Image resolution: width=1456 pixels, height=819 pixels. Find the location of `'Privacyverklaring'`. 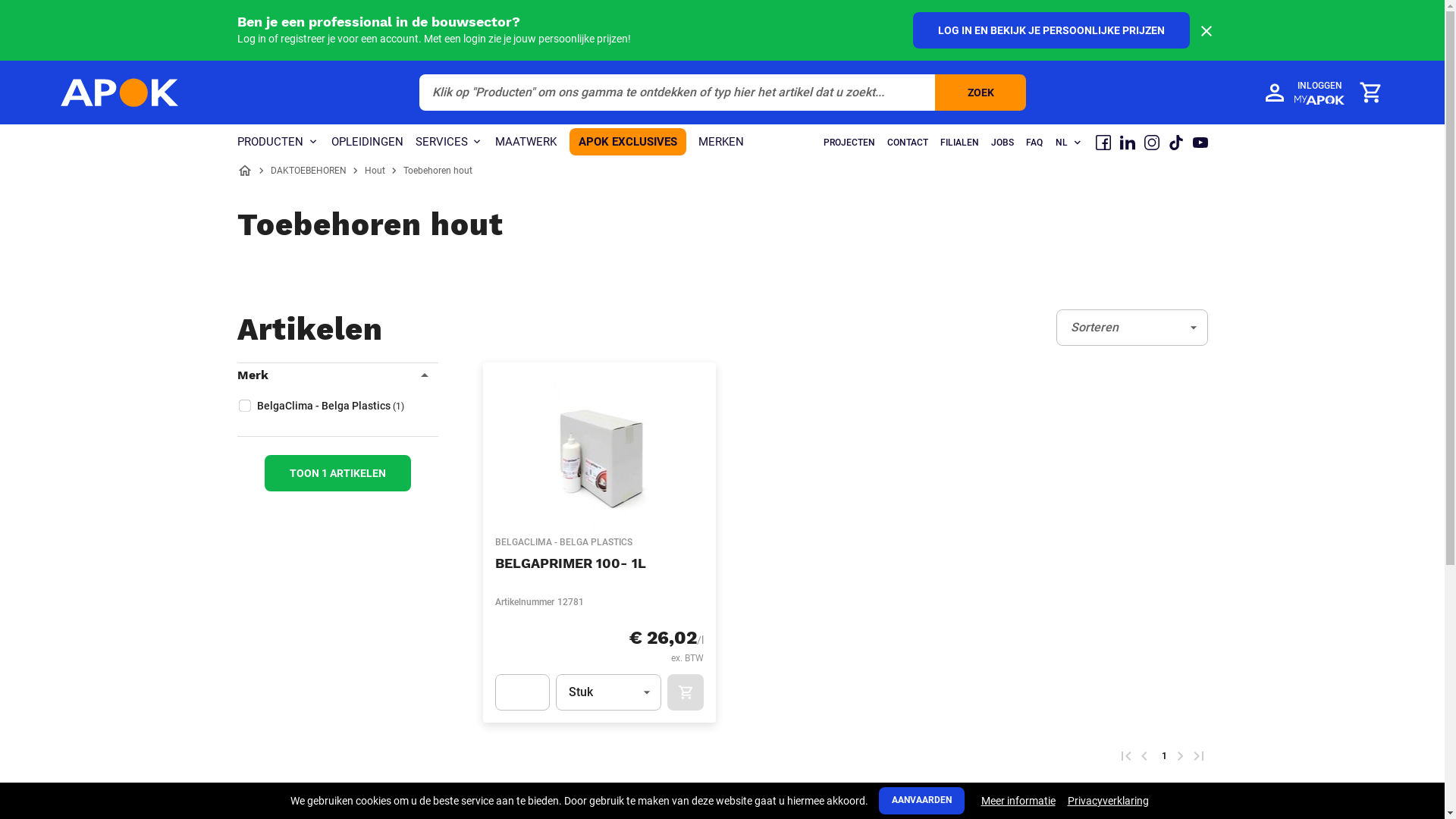

'Privacyverklaring' is located at coordinates (1108, 800).